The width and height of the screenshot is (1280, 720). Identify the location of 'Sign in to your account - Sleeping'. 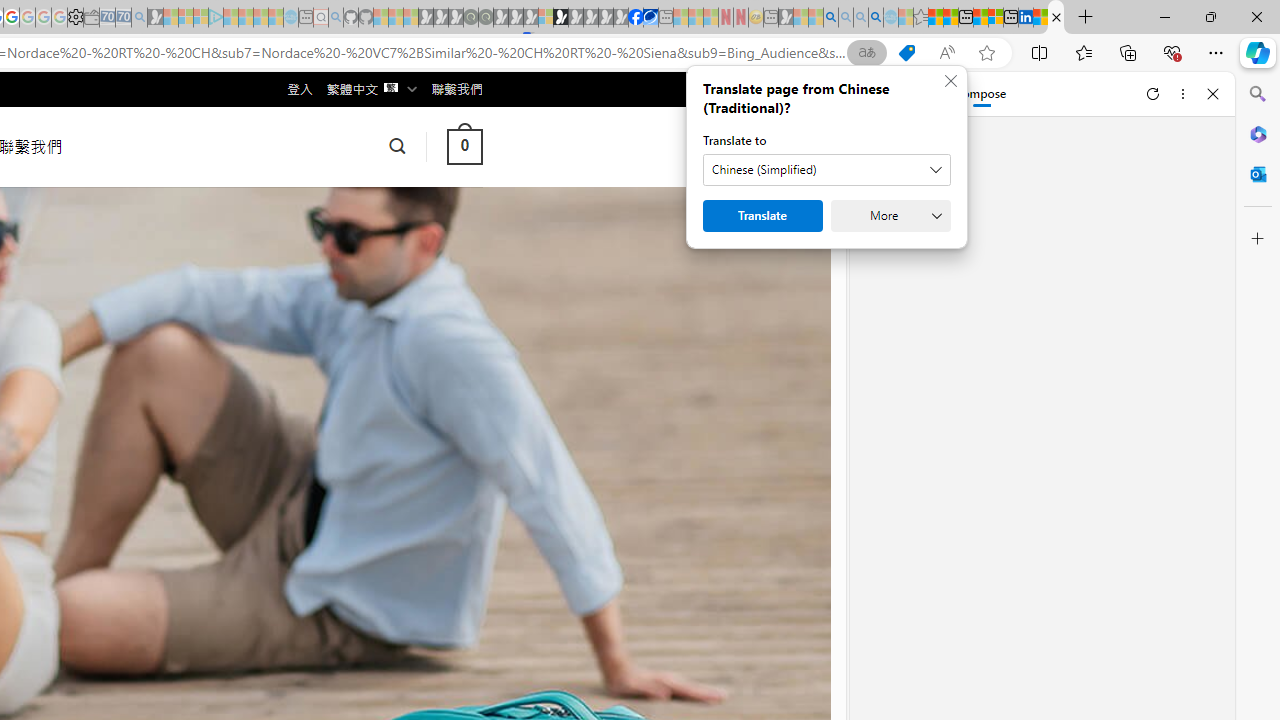
(545, 17).